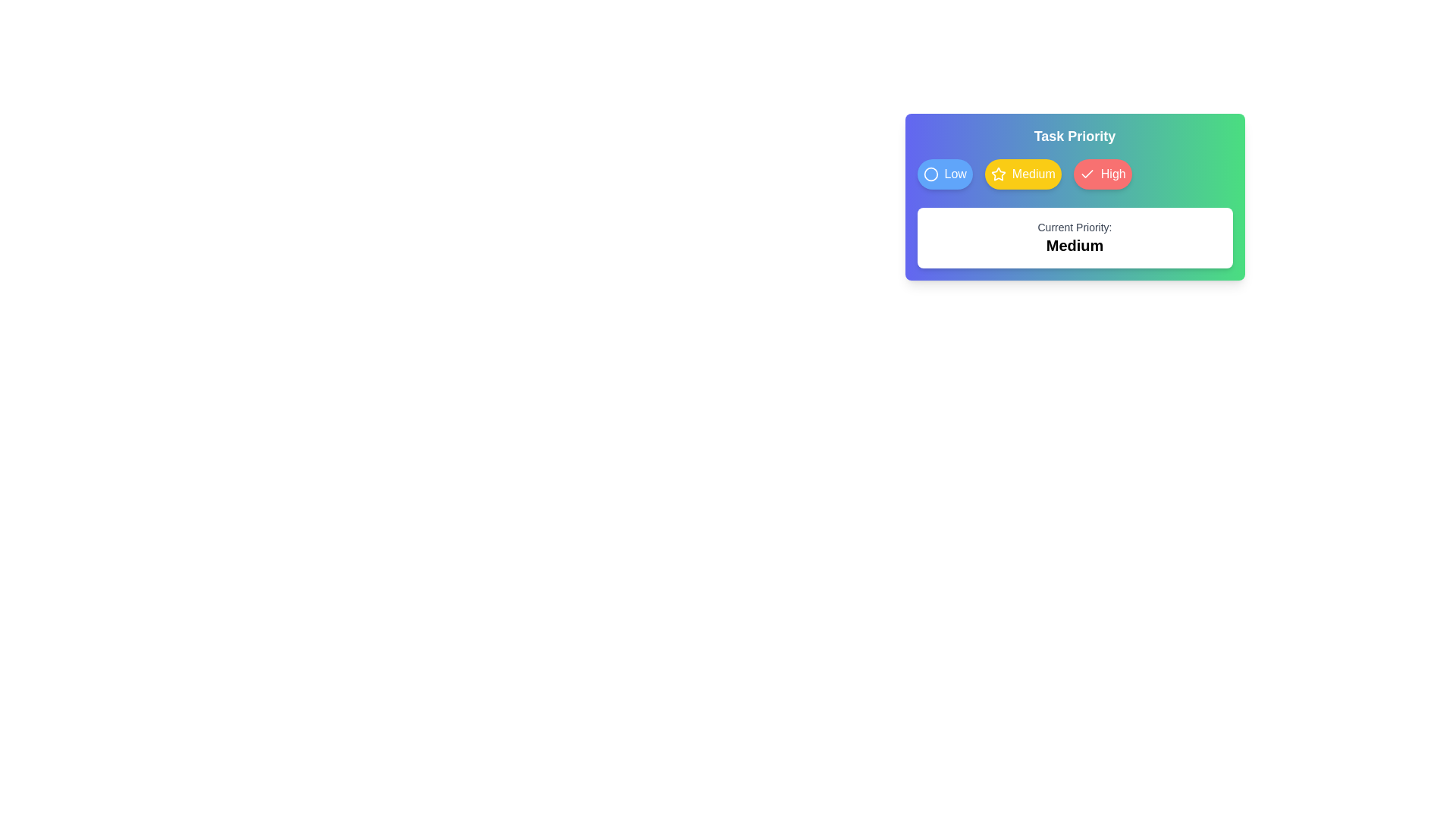  Describe the element at coordinates (1074, 174) in the screenshot. I see `the 'High' button in the button group for selectable options` at that location.